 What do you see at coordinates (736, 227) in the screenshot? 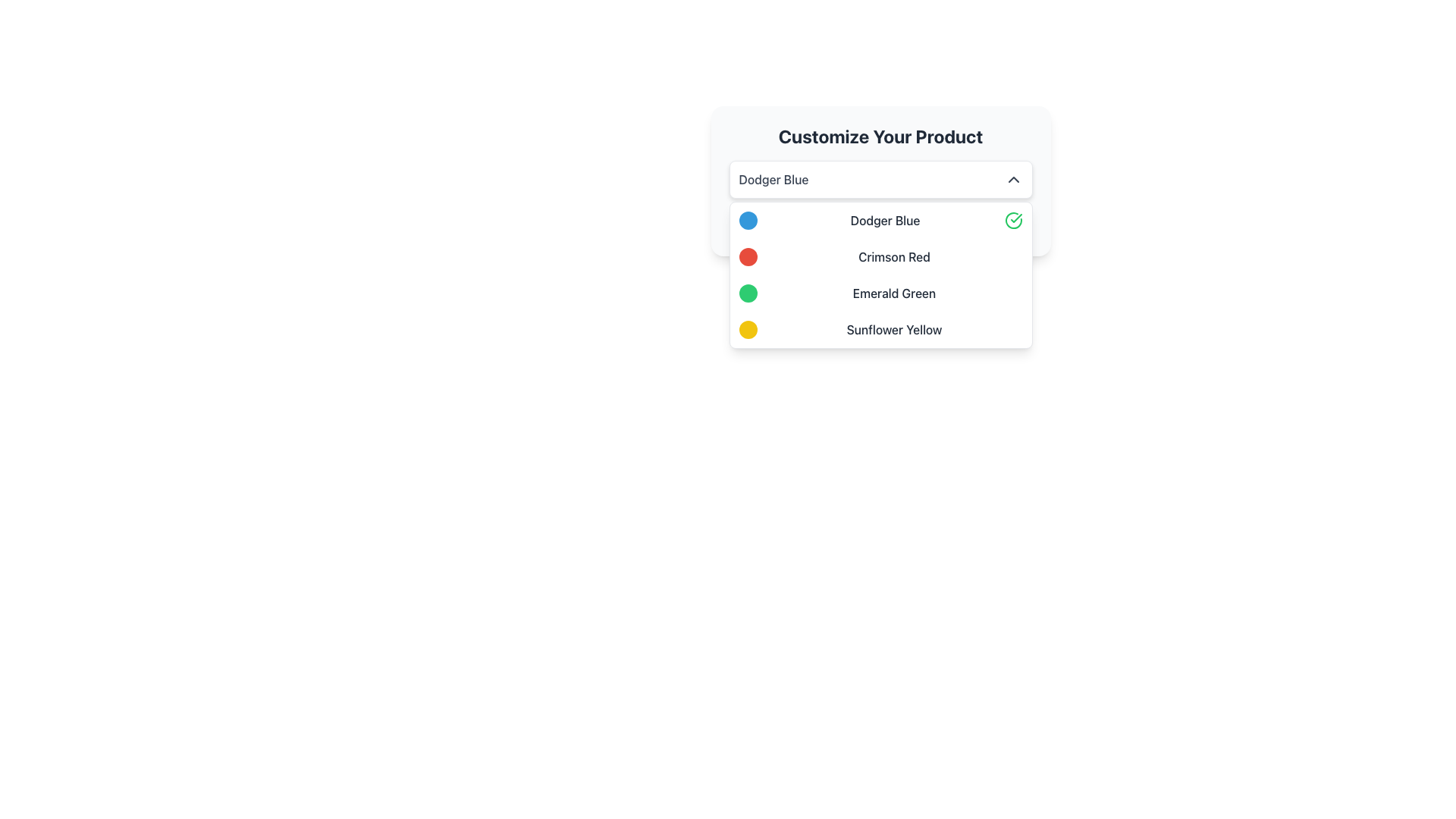
I see `the eye icon located to the left of the 'Dodger Blue' text` at bounding box center [736, 227].